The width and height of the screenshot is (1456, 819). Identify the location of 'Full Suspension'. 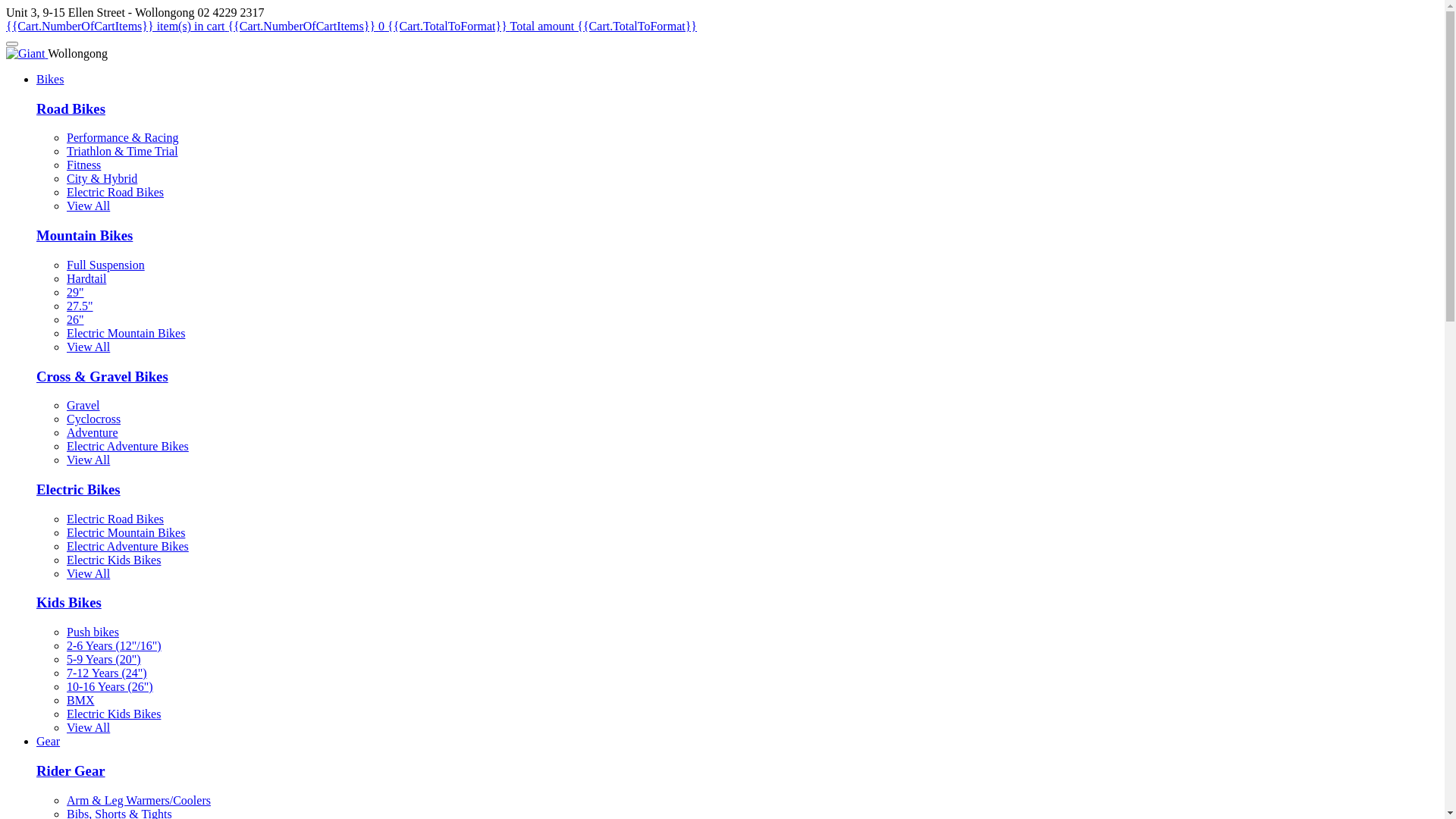
(105, 264).